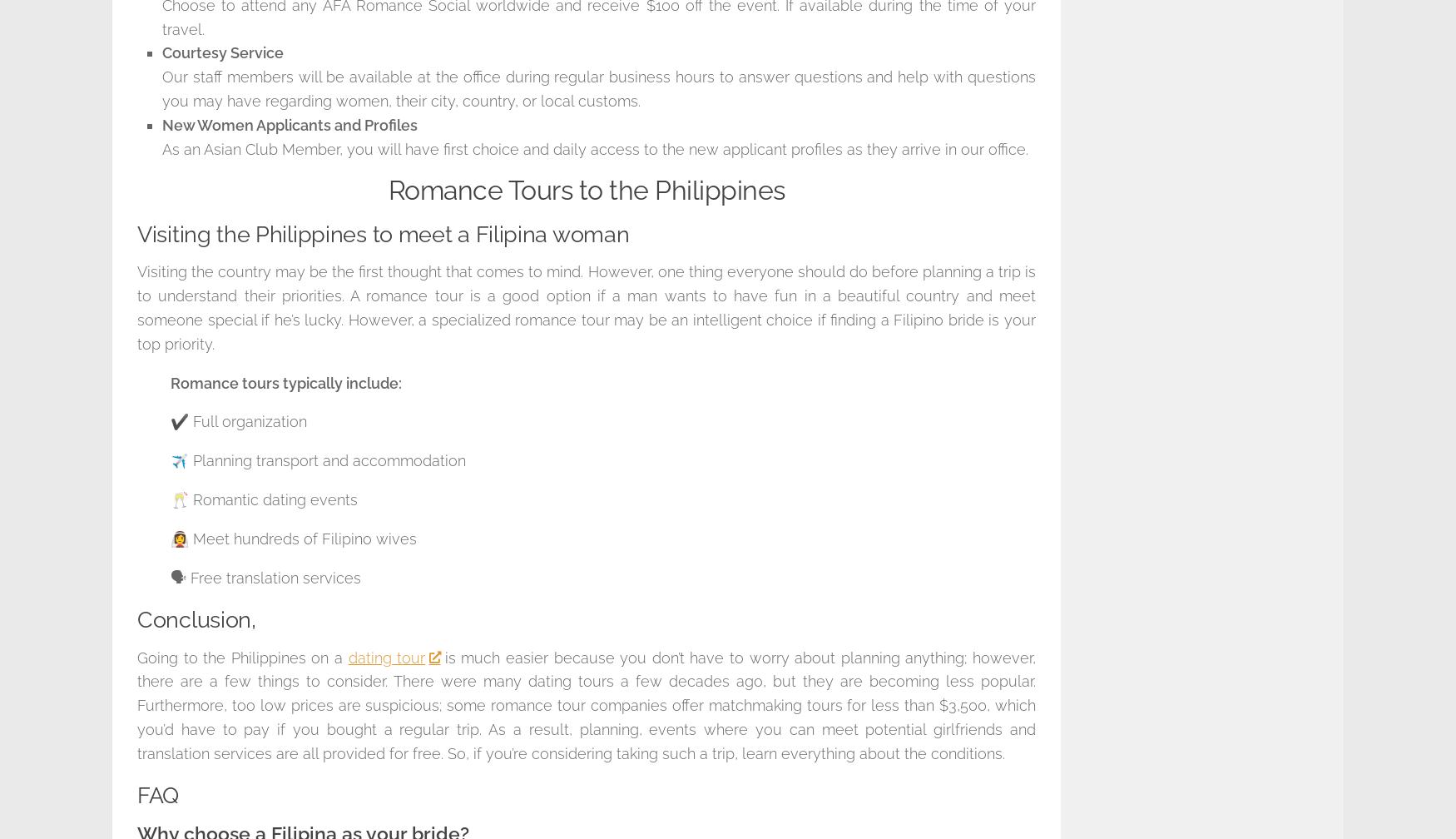 This screenshot has width=1456, height=839. What do you see at coordinates (158, 795) in the screenshot?
I see `'FAQ'` at bounding box center [158, 795].